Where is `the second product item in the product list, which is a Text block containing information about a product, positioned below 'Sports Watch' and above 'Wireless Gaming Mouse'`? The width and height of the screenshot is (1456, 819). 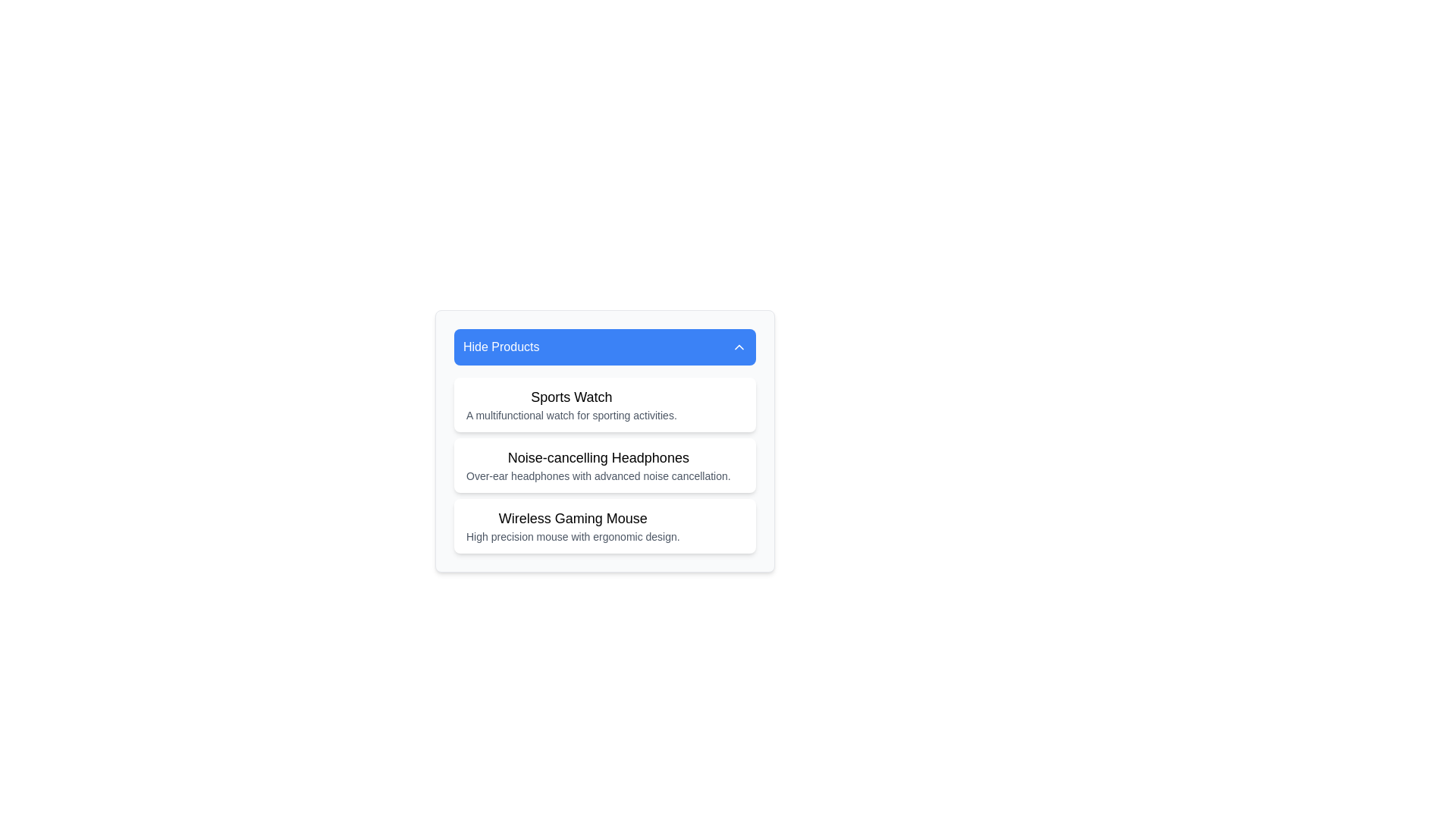 the second product item in the product list, which is a Text block containing information about a product, positioned below 'Sports Watch' and above 'Wireless Gaming Mouse' is located at coordinates (598, 464).